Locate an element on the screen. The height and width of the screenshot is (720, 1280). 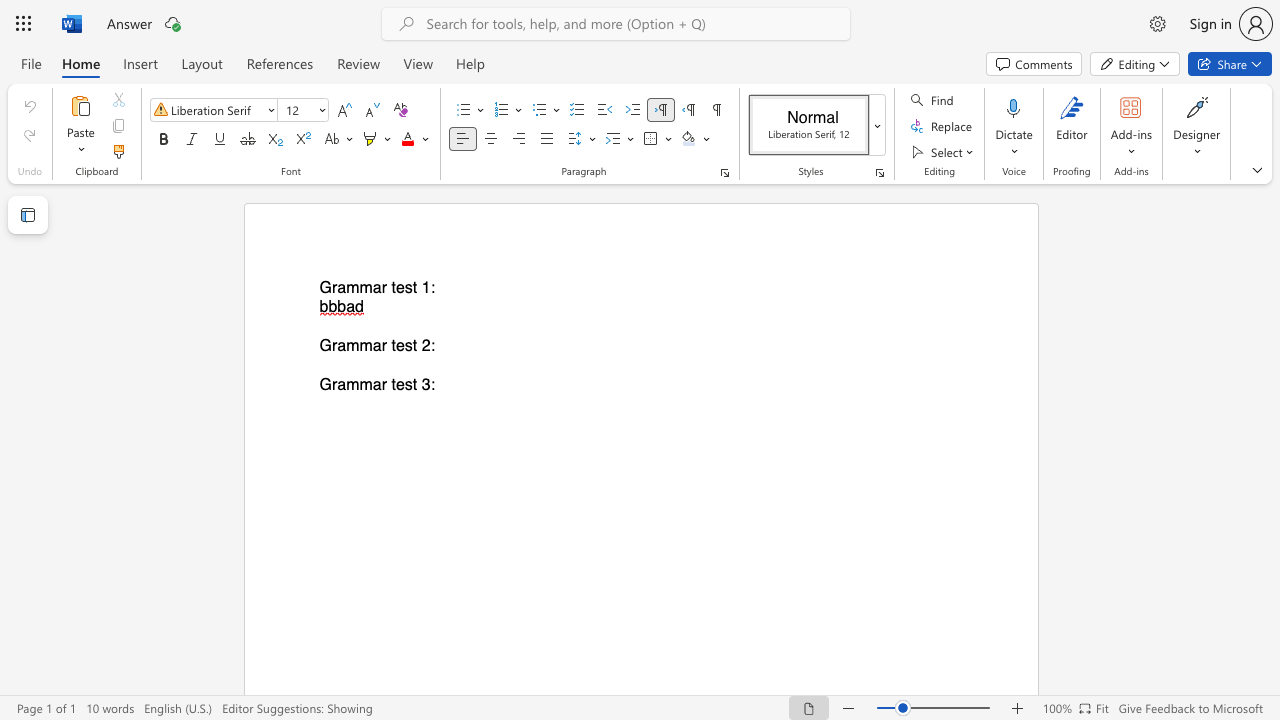
the subset text "amm" within the text "Grammar test 3:" is located at coordinates (337, 385).